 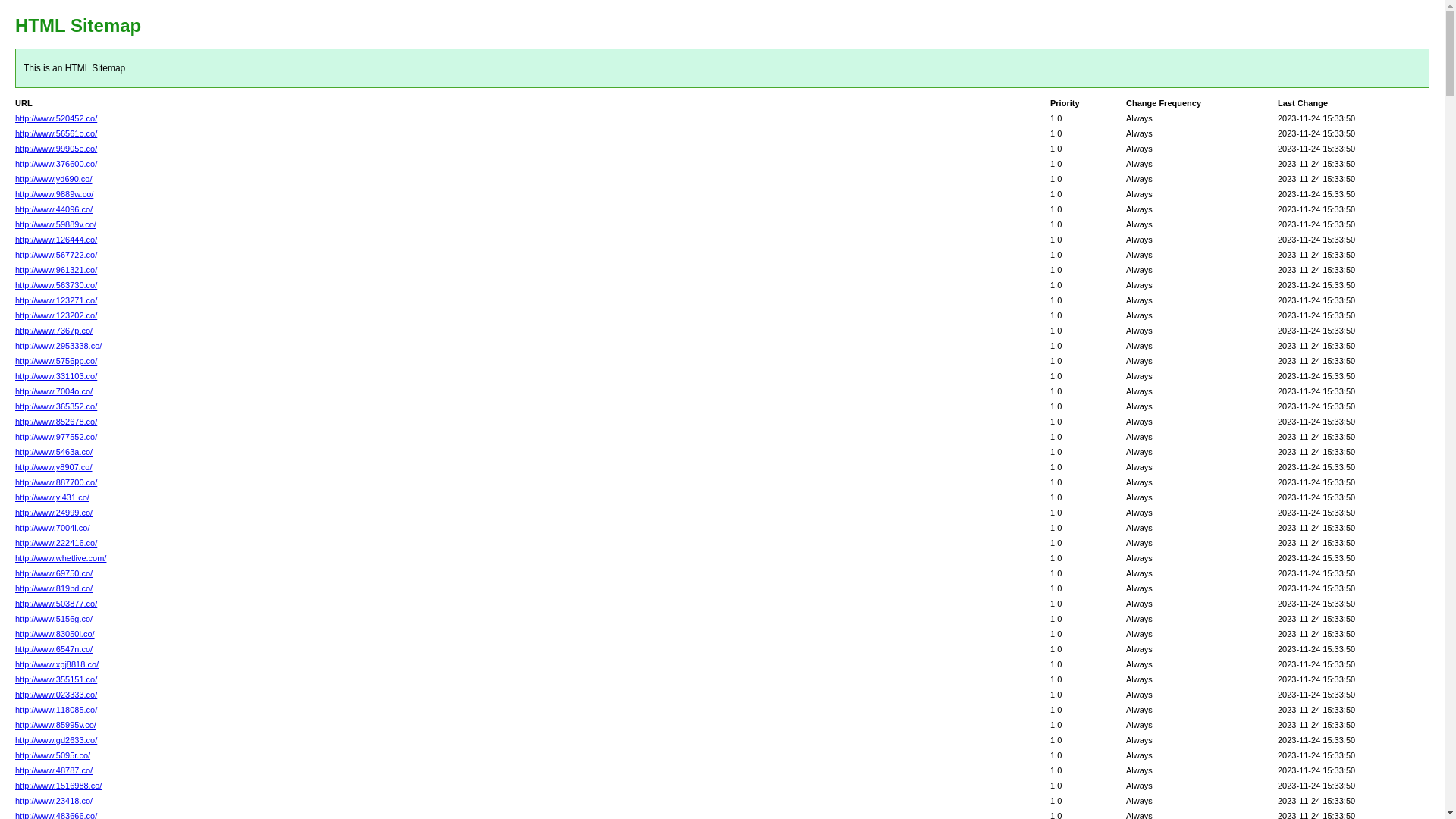 I want to click on 'http://www.56561o.co/', so click(x=55, y=133).